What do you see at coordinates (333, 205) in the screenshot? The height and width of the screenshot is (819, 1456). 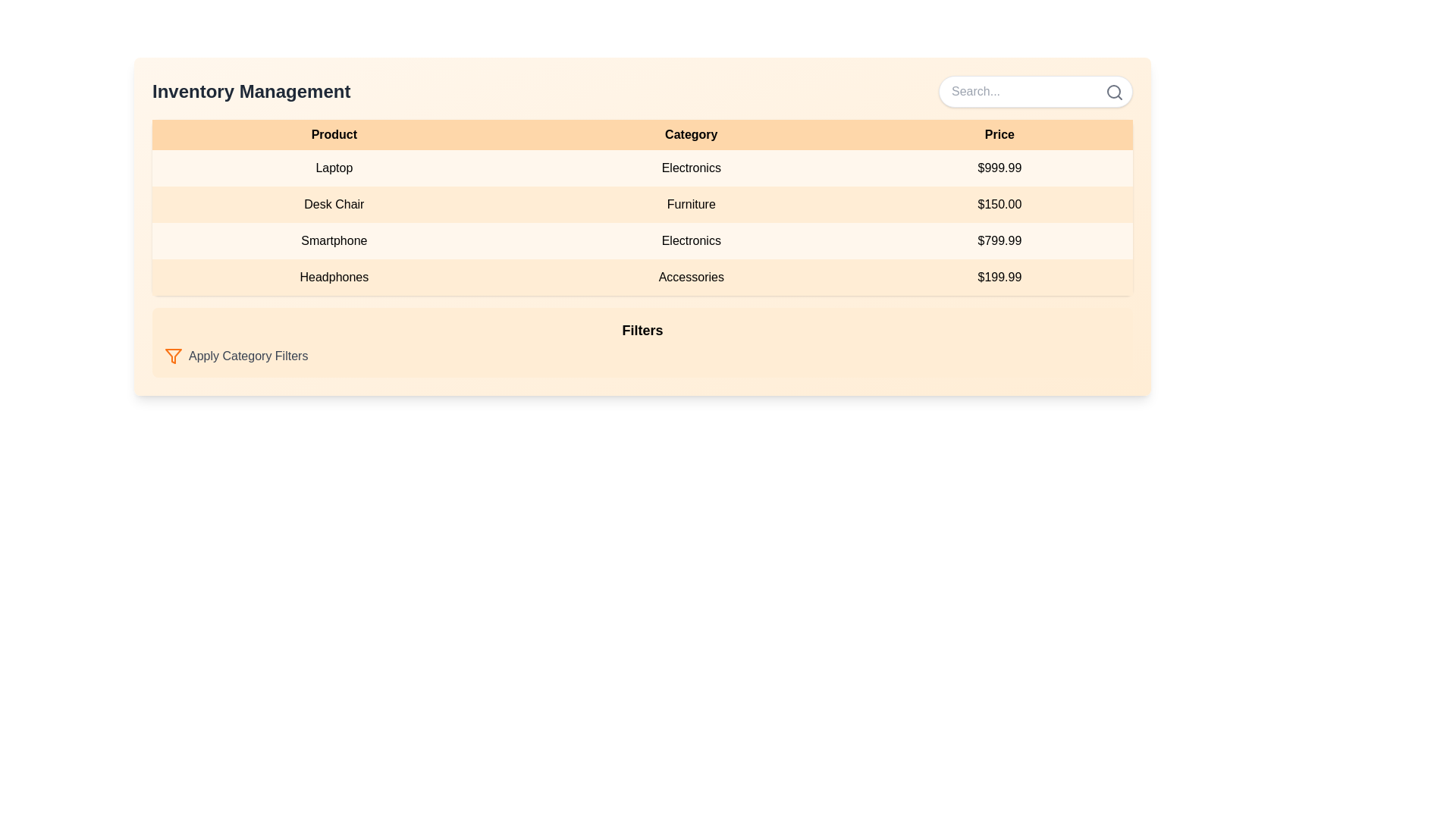 I see `the 'Desk Chair' text label` at bounding box center [333, 205].